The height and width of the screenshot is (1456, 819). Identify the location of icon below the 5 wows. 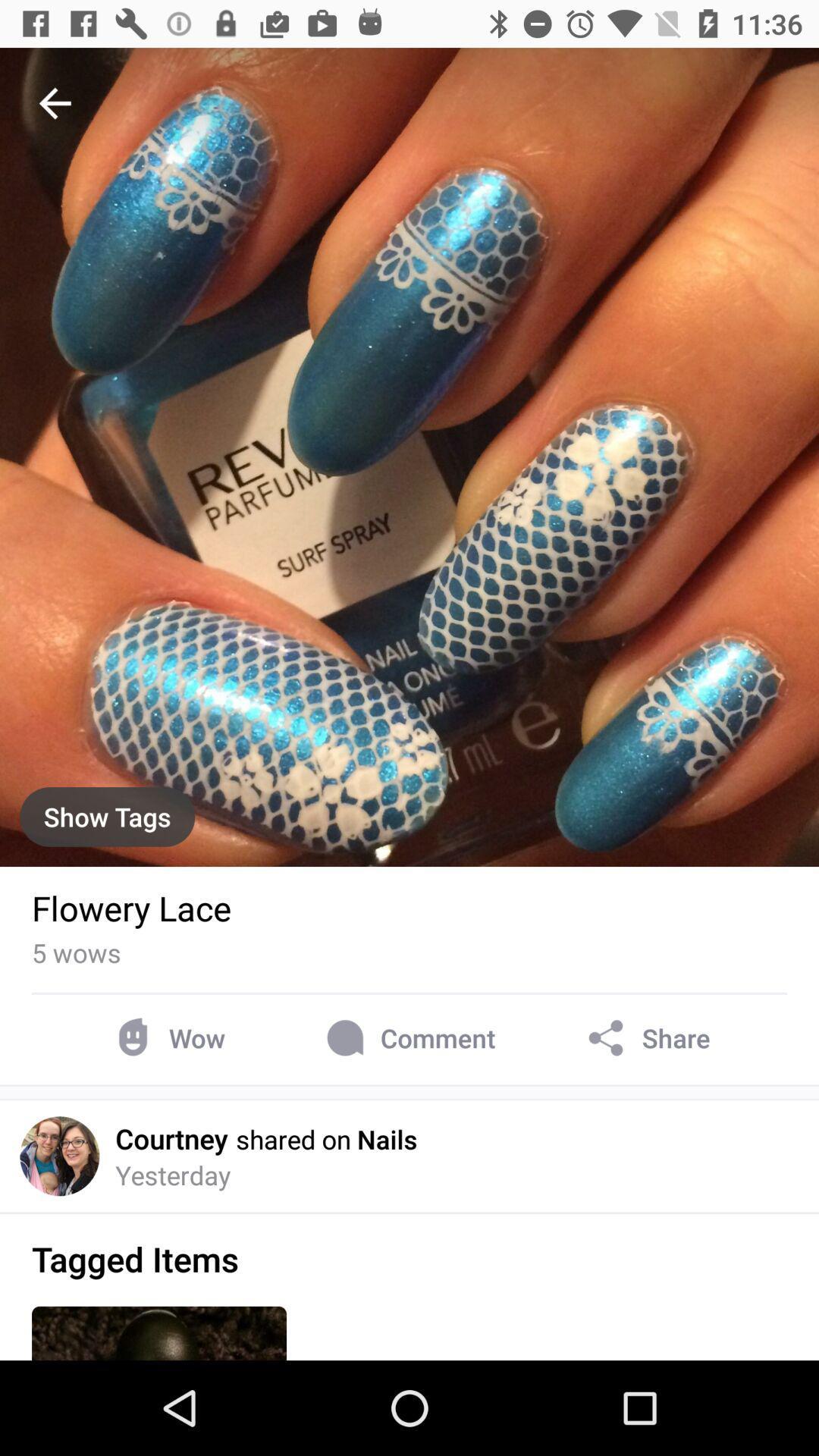
(167, 1037).